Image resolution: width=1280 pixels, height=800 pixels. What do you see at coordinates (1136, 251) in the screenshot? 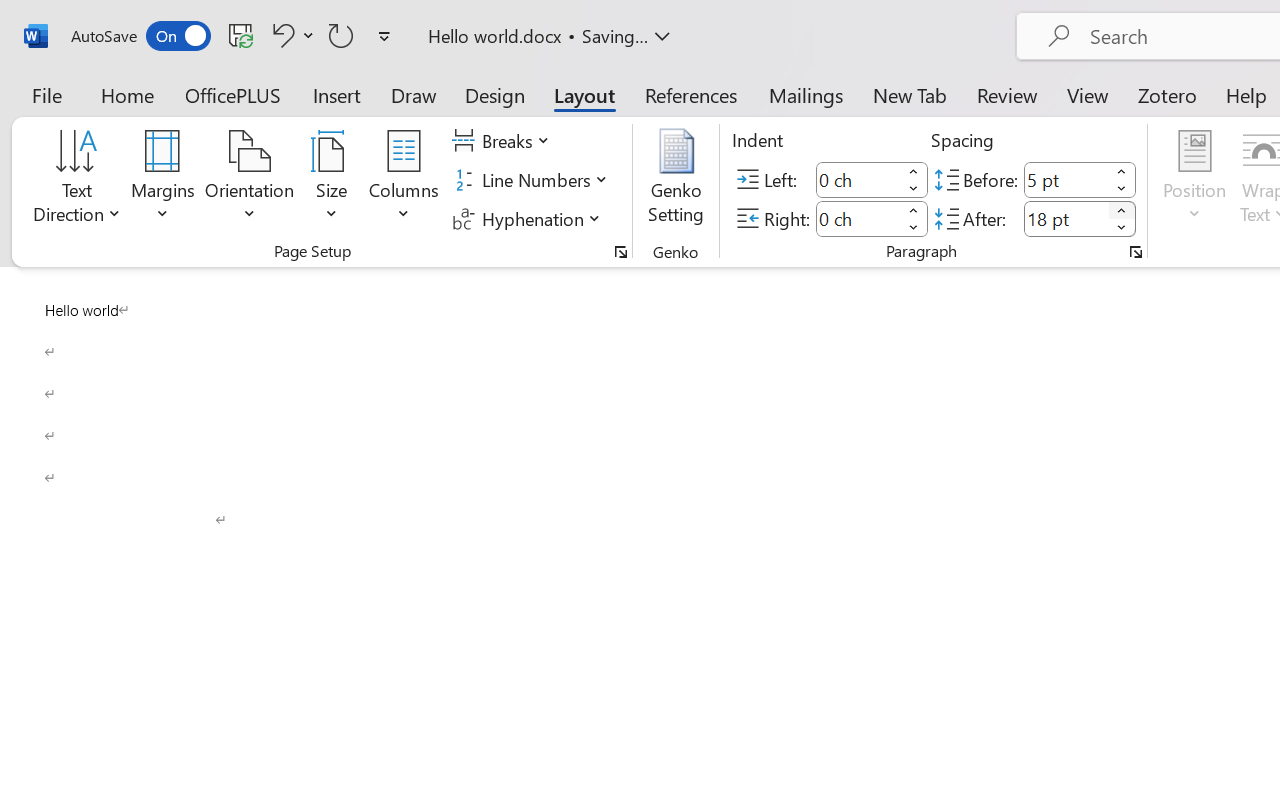
I see `'Paragraph...'` at bounding box center [1136, 251].